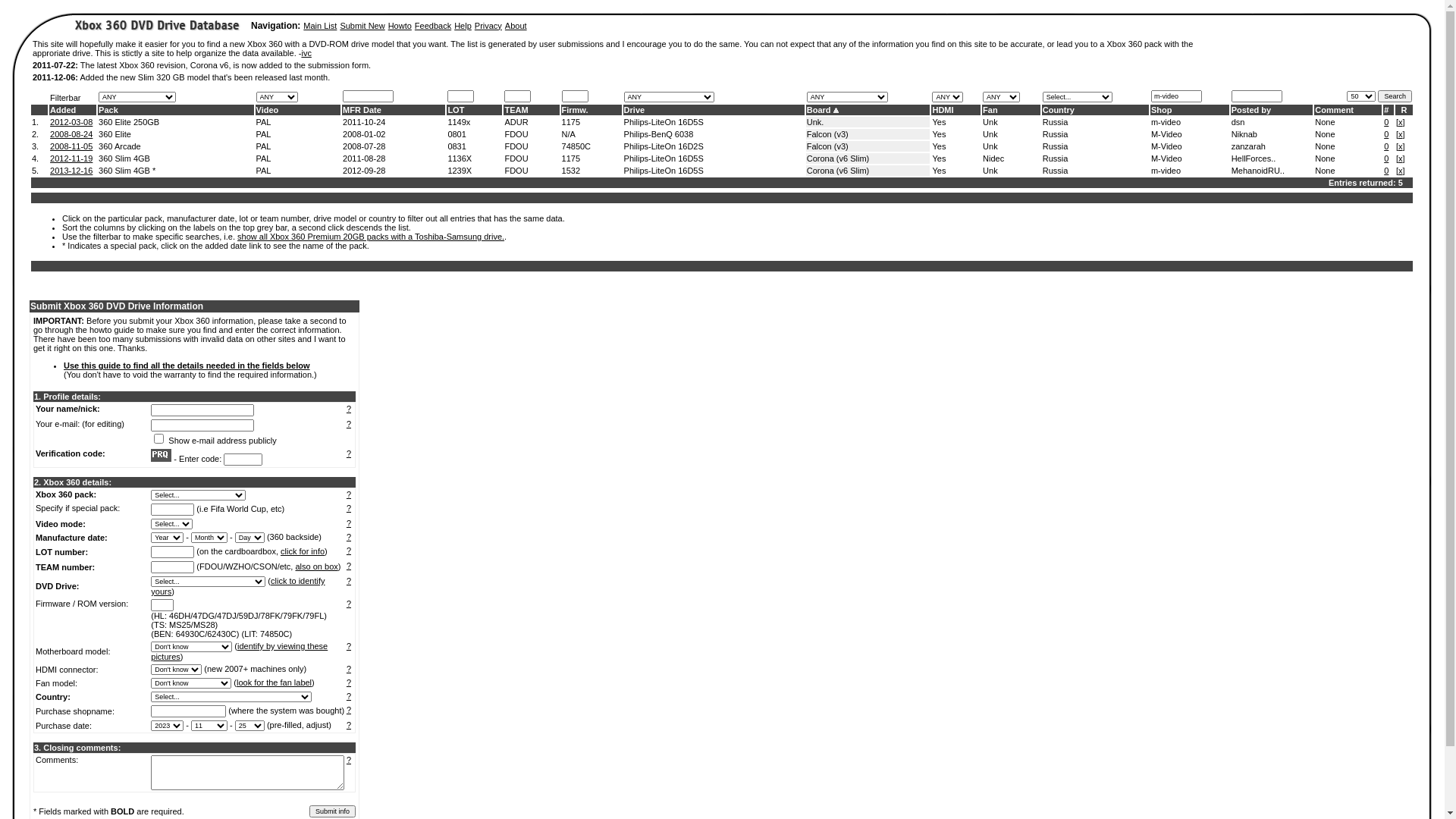 The image size is (1456, 819). I want to click on '0', so click(1386, 158).